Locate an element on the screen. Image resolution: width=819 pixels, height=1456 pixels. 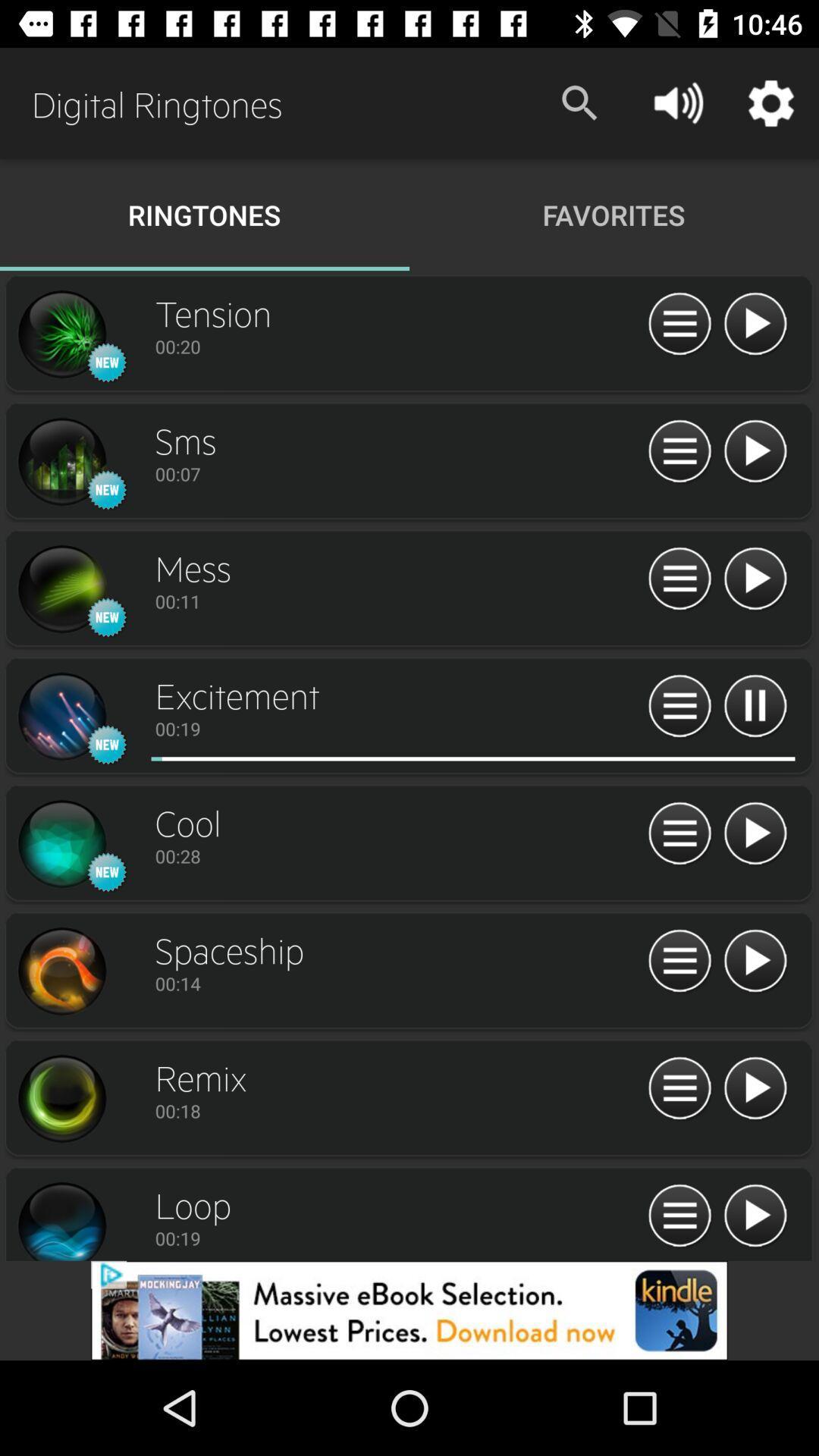
menu icon is located at coordinates (679, 706).